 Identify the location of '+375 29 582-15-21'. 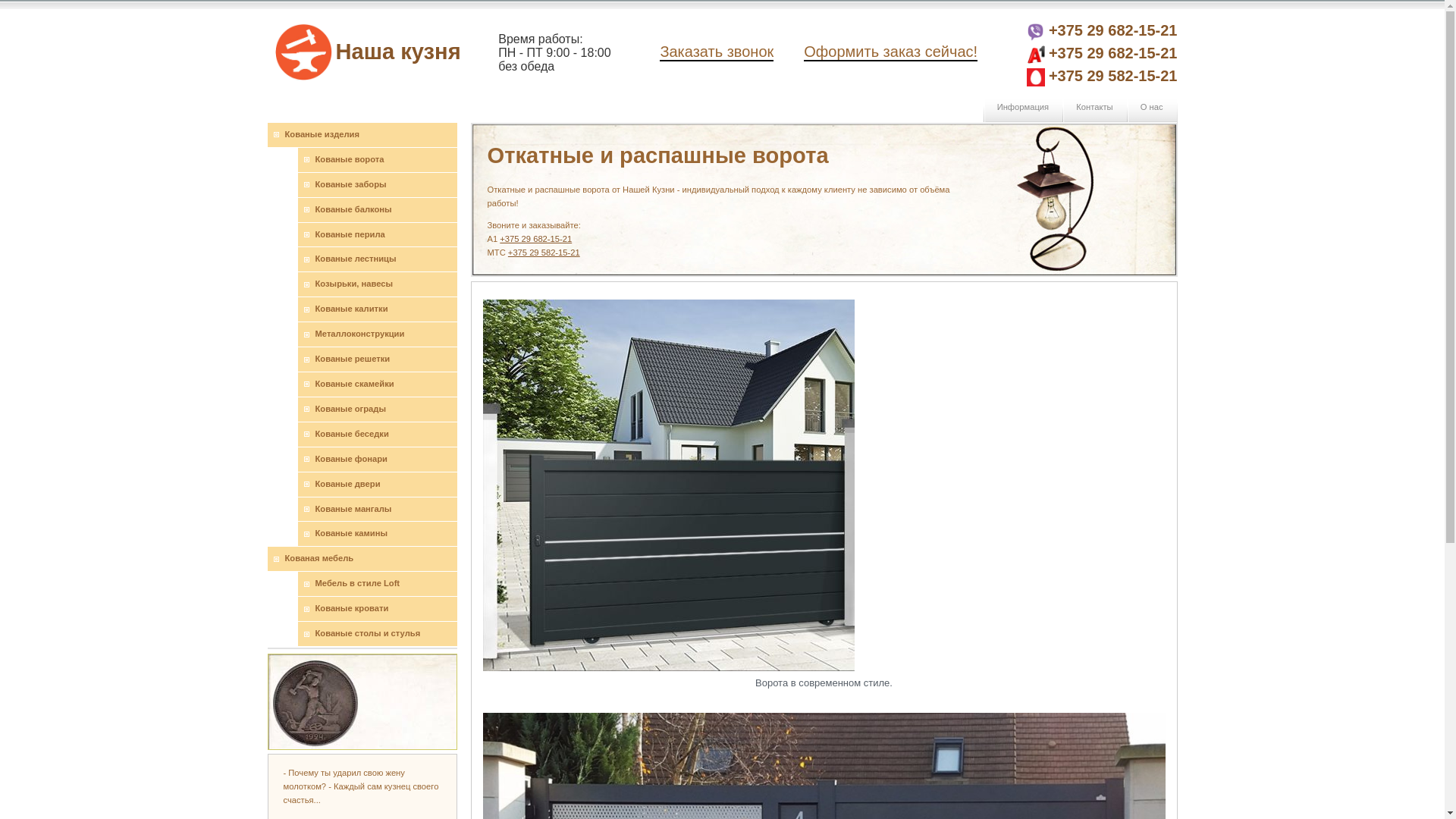
(1047, 76).